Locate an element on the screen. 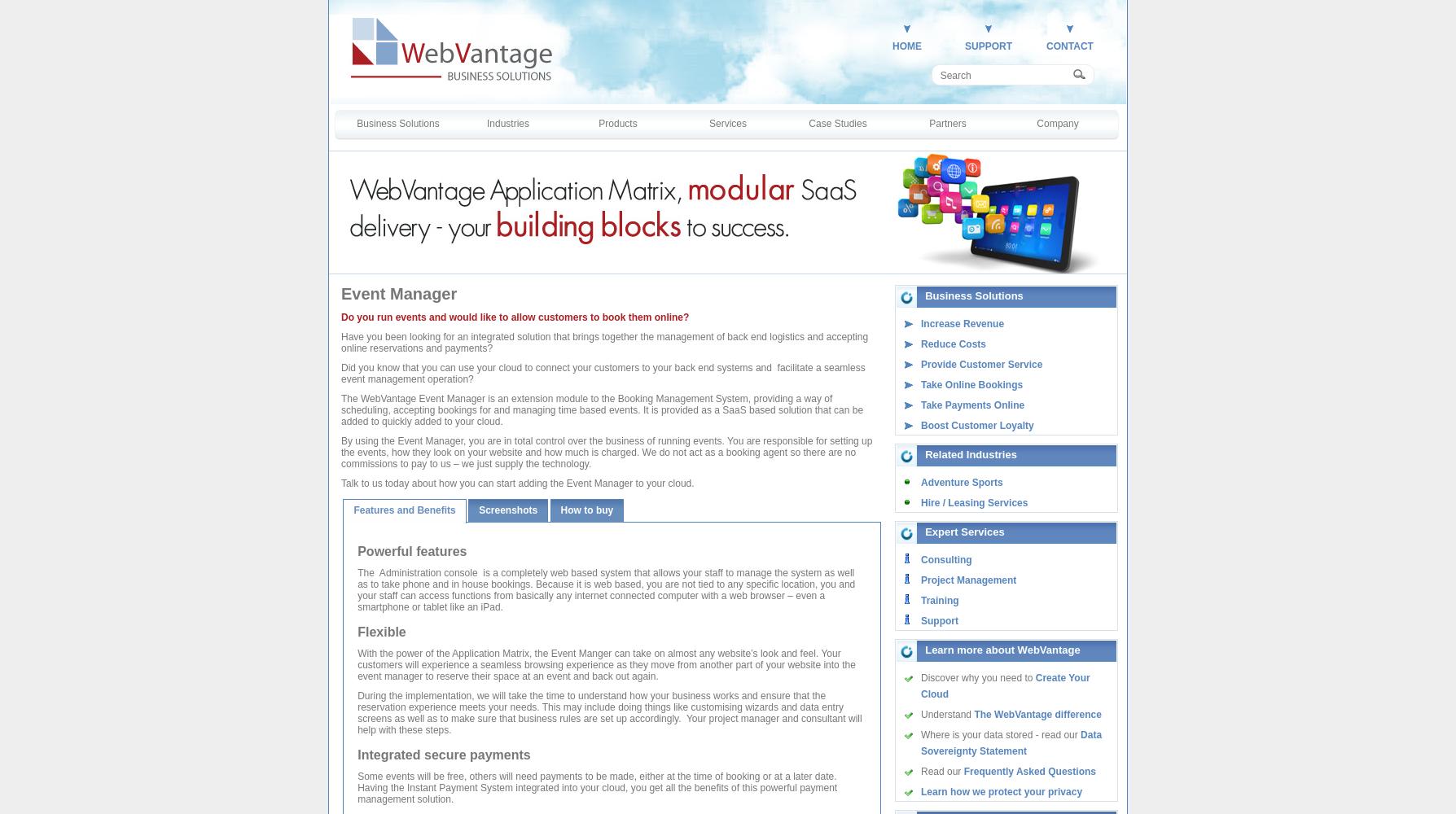 This screenshot has height=814, width=1456. 'Read our' is located at coordinates (941, 771).